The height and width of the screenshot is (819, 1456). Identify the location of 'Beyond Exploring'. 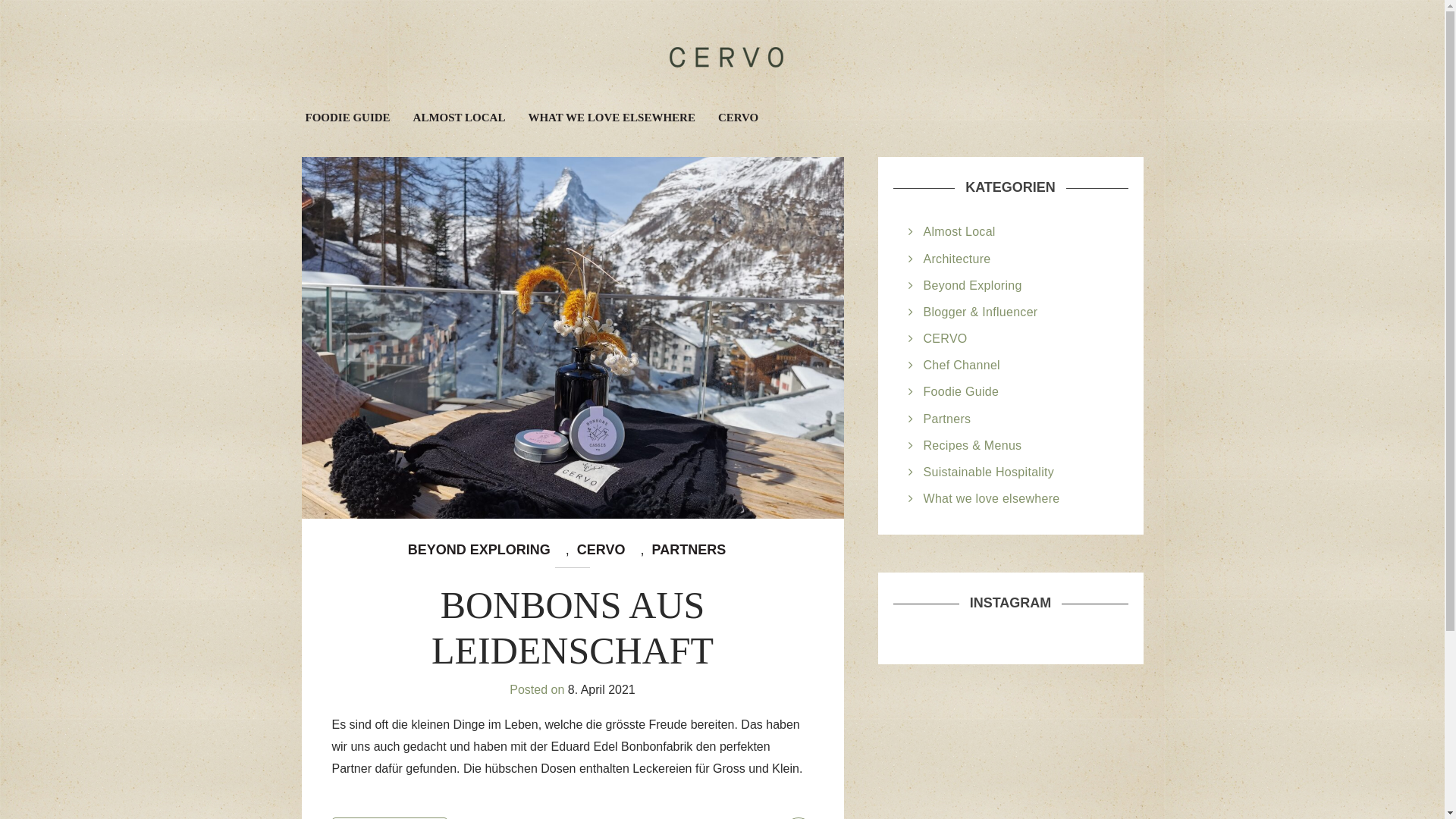
(972, 285).